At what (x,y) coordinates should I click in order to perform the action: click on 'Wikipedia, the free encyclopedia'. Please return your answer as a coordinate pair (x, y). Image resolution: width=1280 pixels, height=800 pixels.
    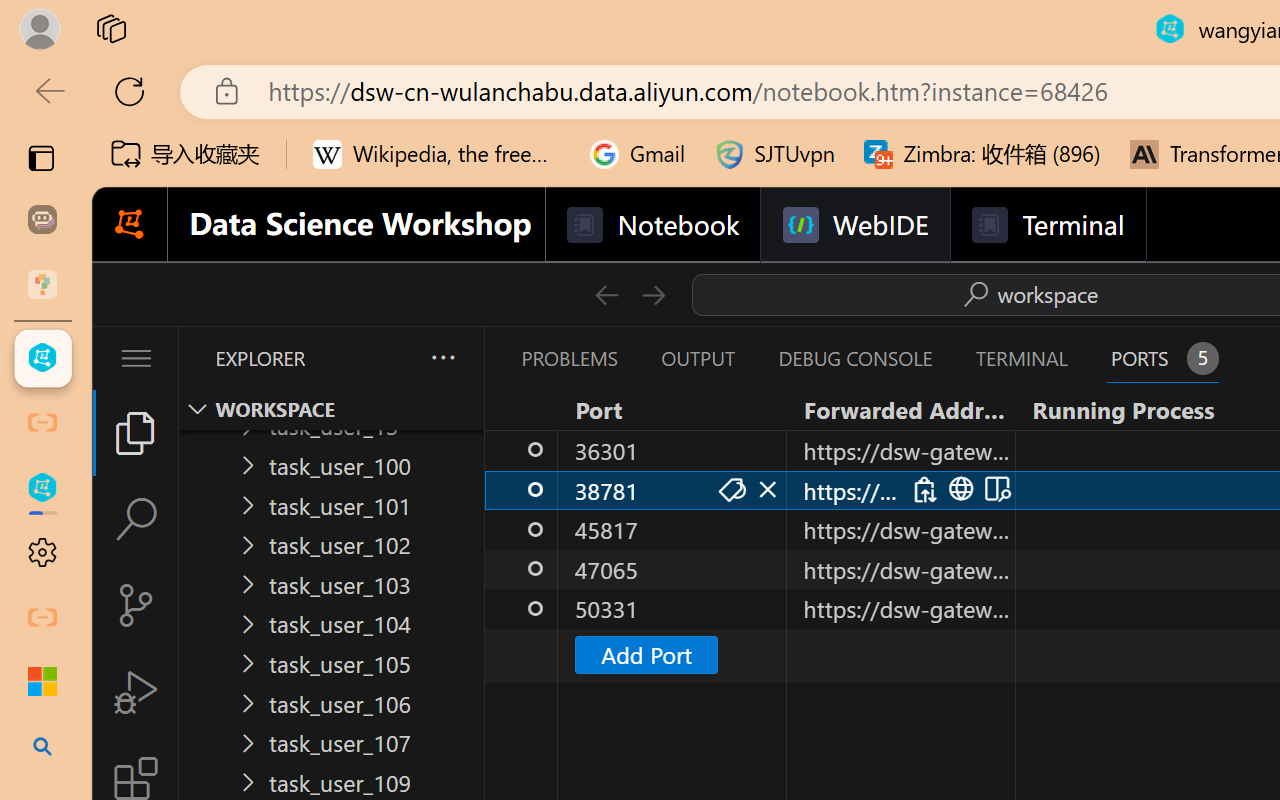
    Looking at the image, I should click on (436, 154).